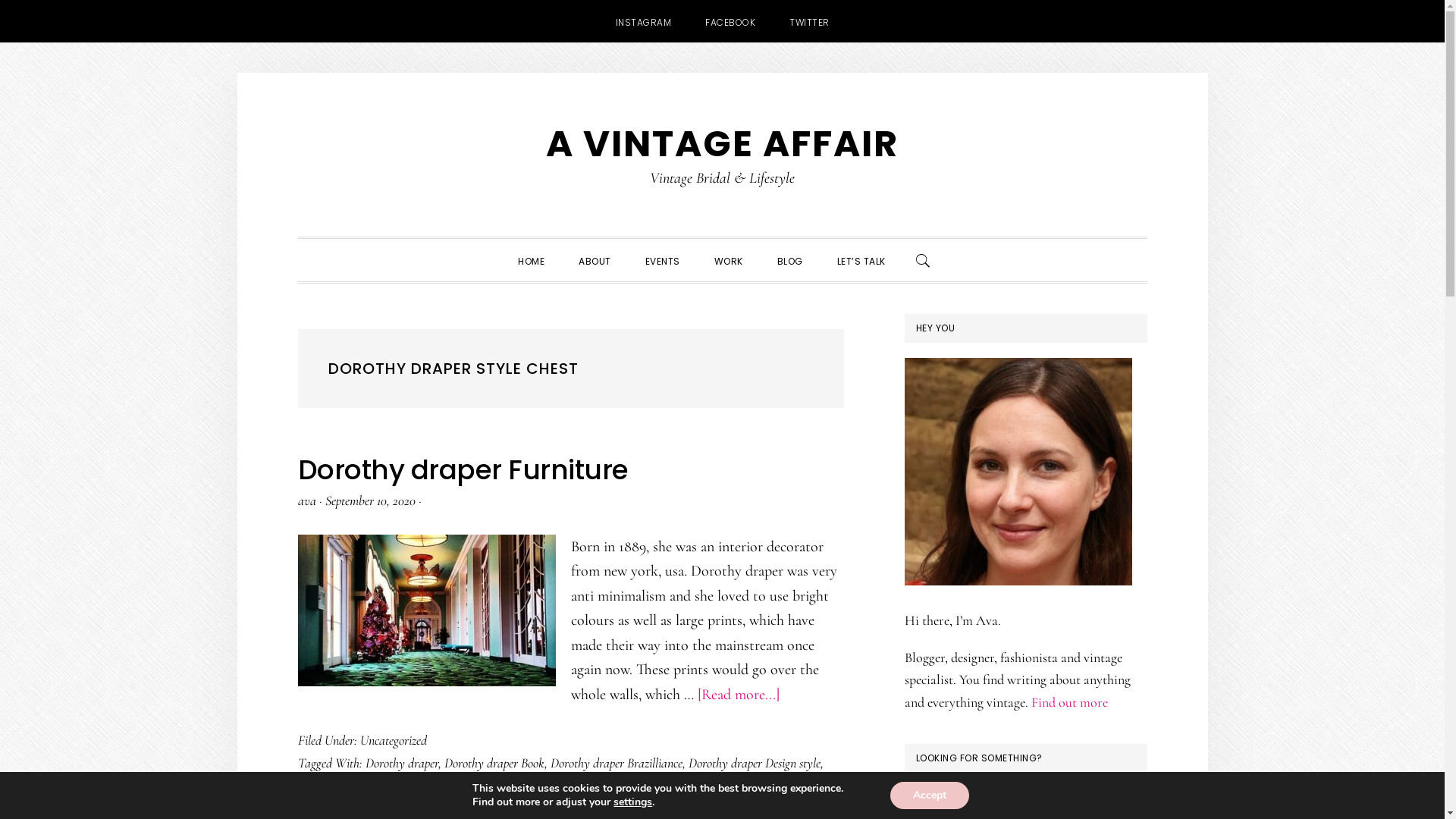 Image resolution: width=1456 pixels, height=819 pixels. I want to click on 'Dorothy draper Furniture', so click(461, 469).